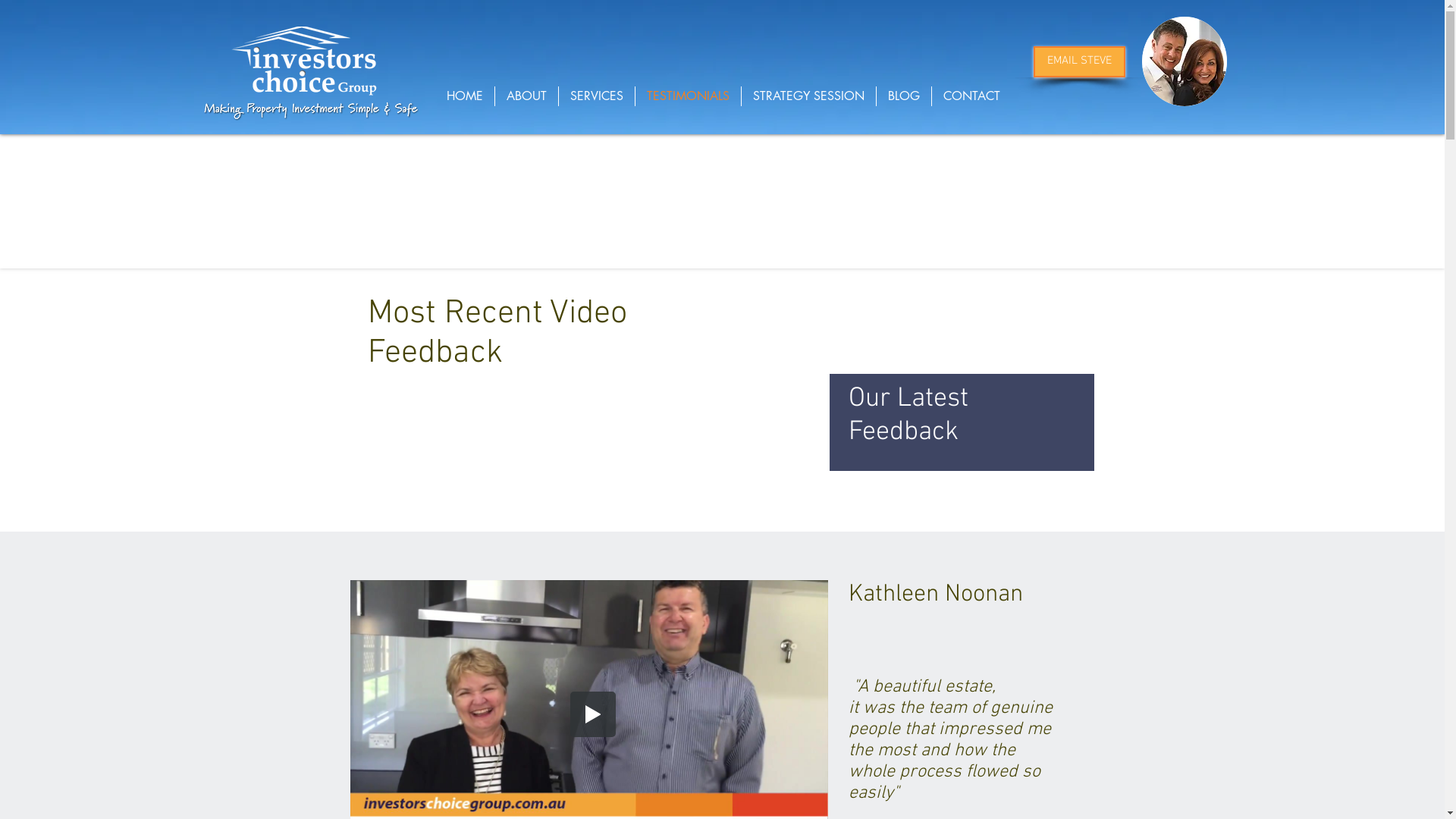 This screenshot has height=819, width=1456. What do you see at coordinates (595, 96) in the screenshot?
I see `'SERVICES'` at bounding box center [595, 96].